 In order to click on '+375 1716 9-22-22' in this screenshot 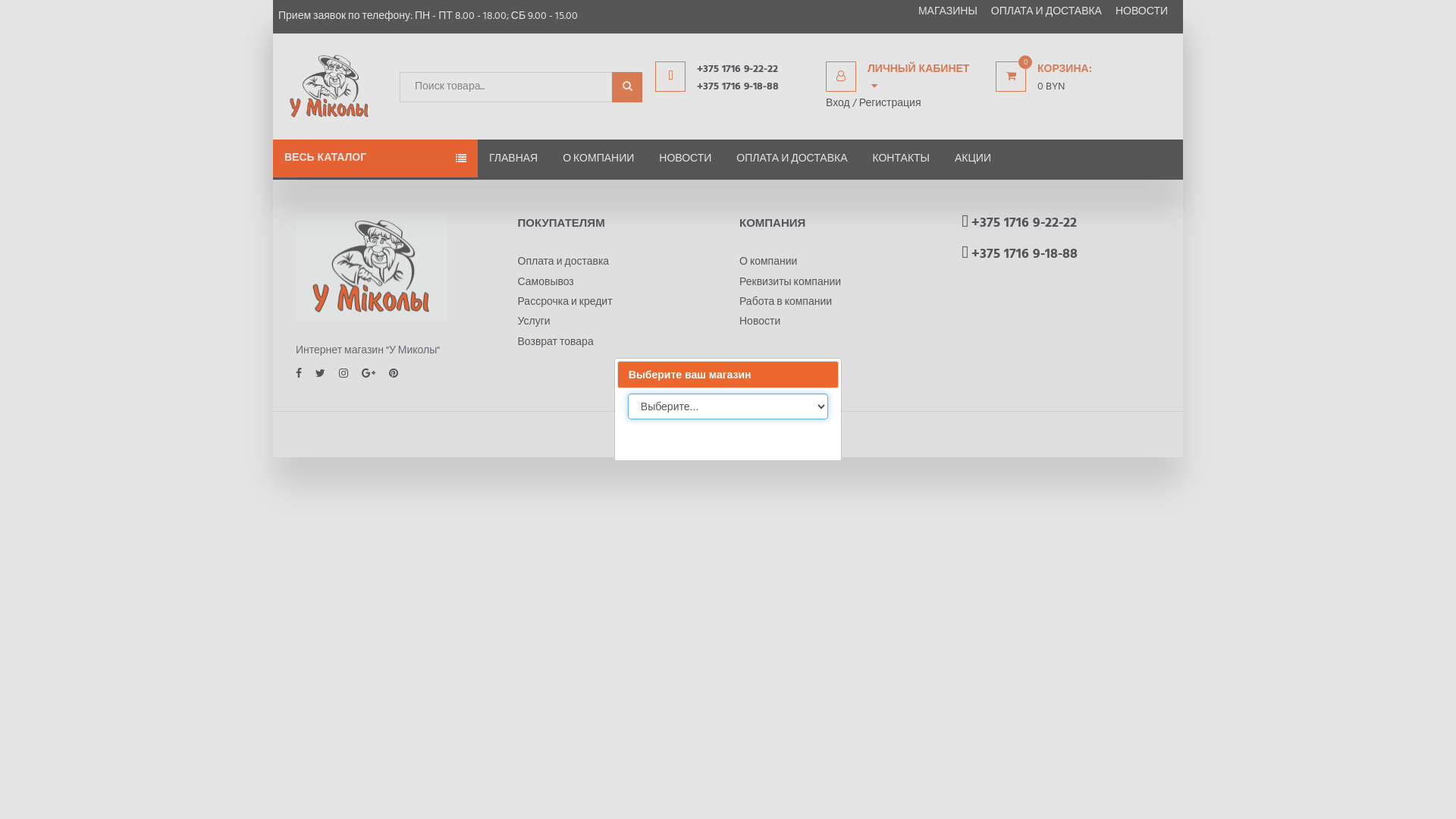, I will do `click(1023, 223)`.